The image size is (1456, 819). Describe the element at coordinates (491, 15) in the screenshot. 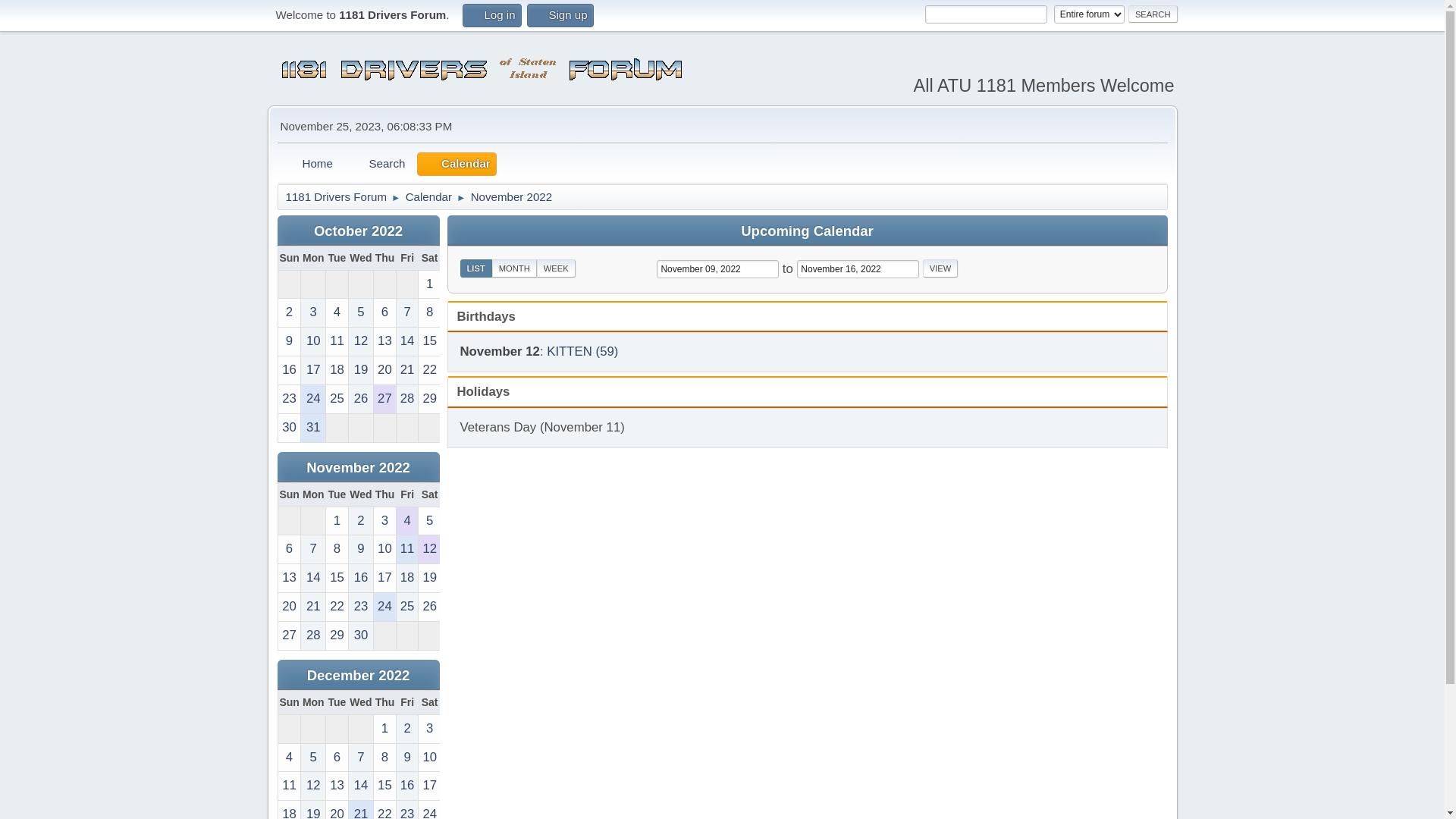

I see `'Log in'` at that location.